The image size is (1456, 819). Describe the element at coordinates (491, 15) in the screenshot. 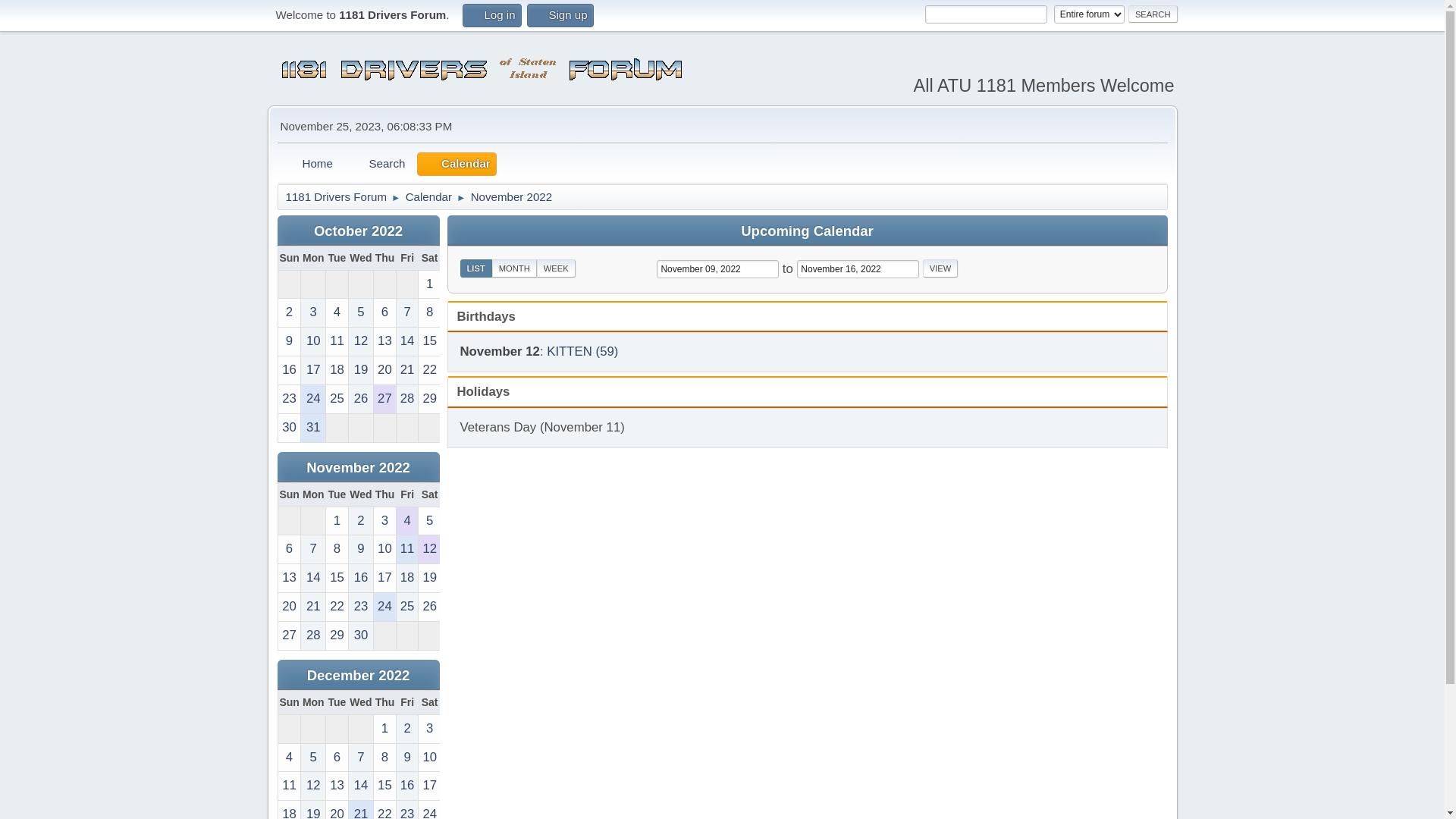

I see `'Log in'` at that location.